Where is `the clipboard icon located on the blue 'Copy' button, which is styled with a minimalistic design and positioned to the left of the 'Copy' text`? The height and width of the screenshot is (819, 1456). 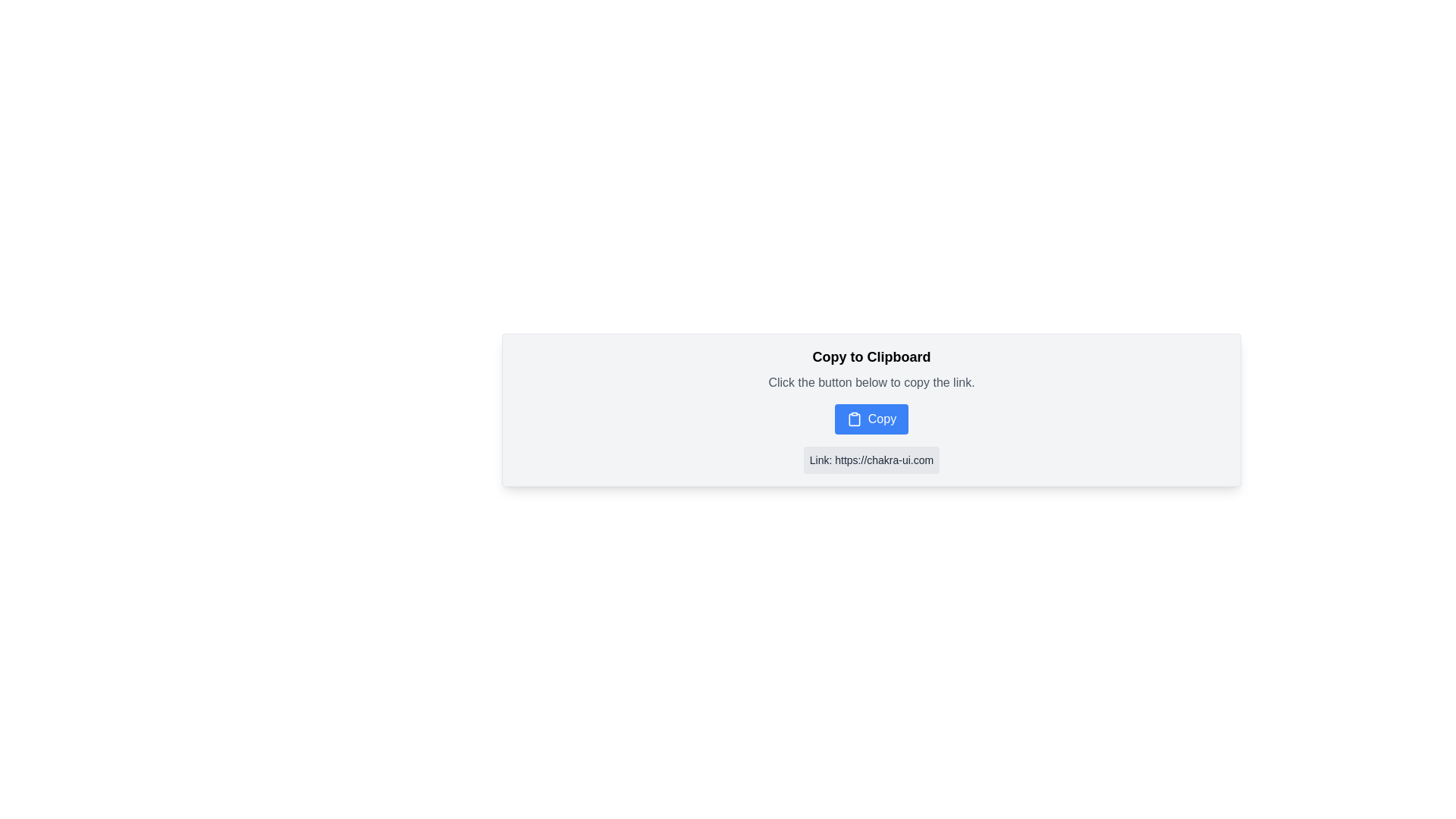
the clipboard icon located on the blue 'Copy' button, which is styled with a minimalistic design and positioned to the left of the 'Copy' text is located at coordinates (854, 419).